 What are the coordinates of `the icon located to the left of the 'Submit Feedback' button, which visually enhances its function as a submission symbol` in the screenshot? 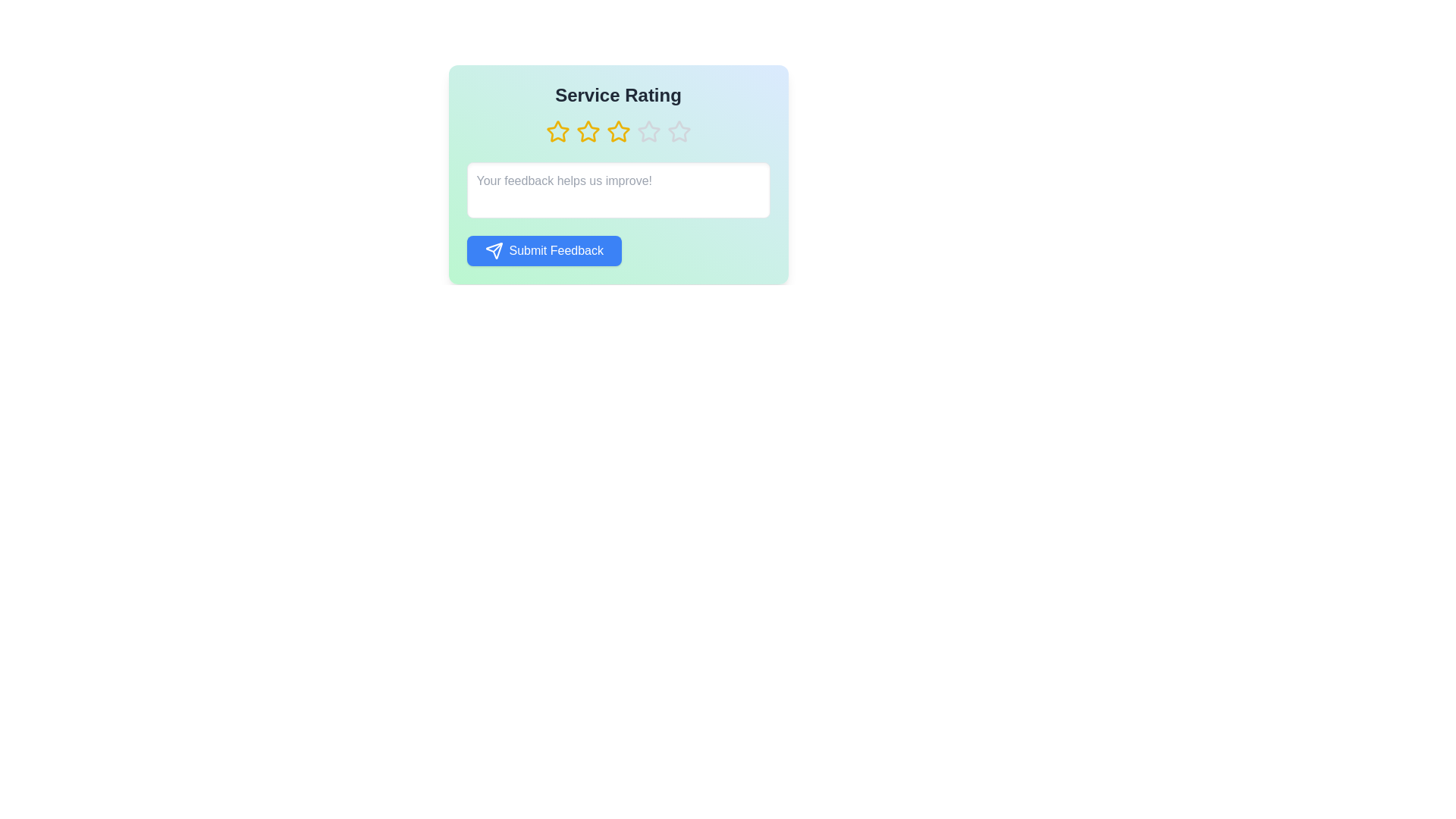 It's located at (494, 250).